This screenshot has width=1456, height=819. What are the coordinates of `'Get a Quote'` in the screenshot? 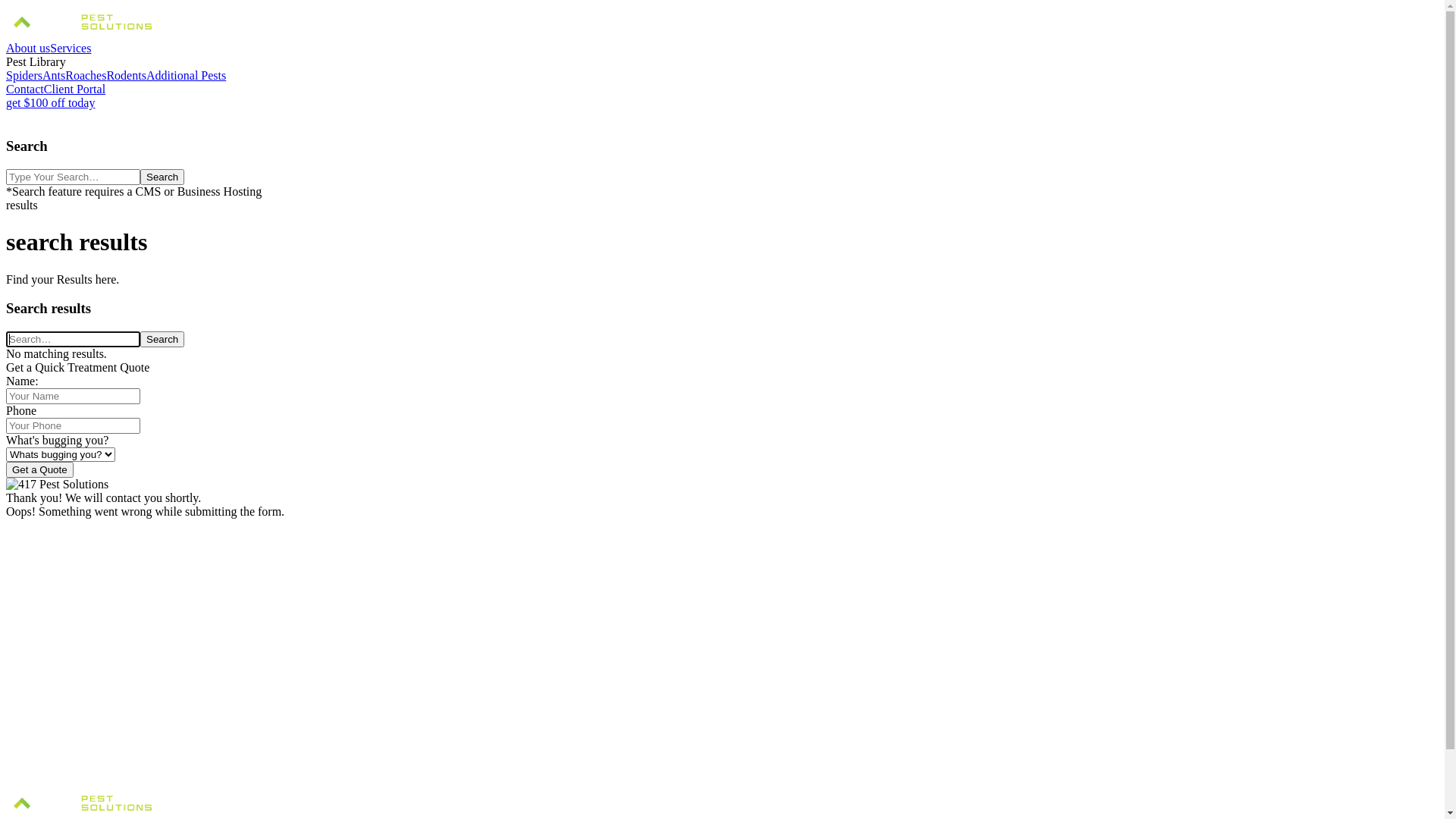 It's located at (6, 469).